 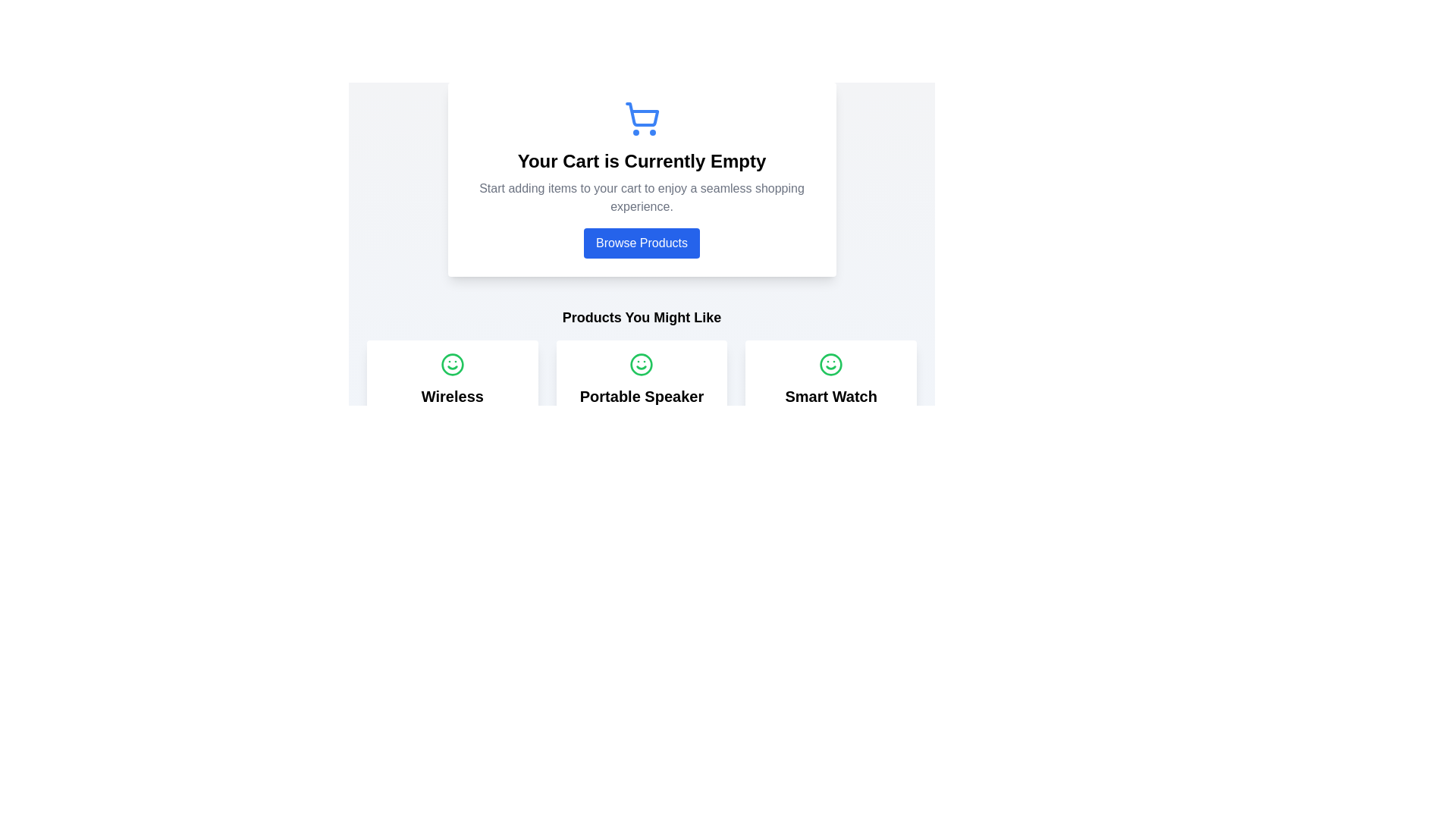 I want to click on the circular green smiley face icon located above the product title and price in the 'Wireless Headphones' product card for more details, so click(x=451, y=365).